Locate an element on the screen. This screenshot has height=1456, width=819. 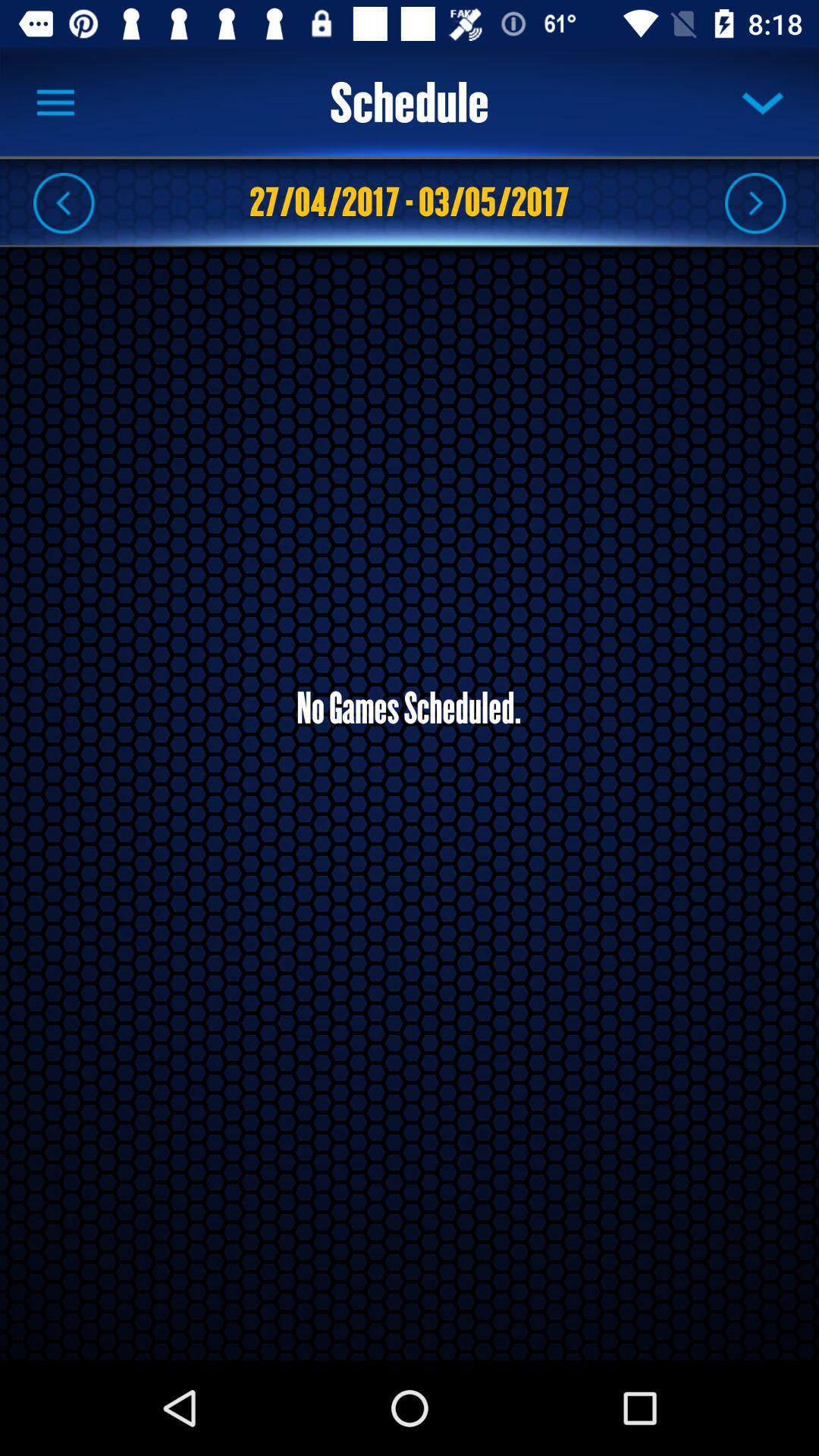
goes to next set of dates is located at coordinates (755, 202).